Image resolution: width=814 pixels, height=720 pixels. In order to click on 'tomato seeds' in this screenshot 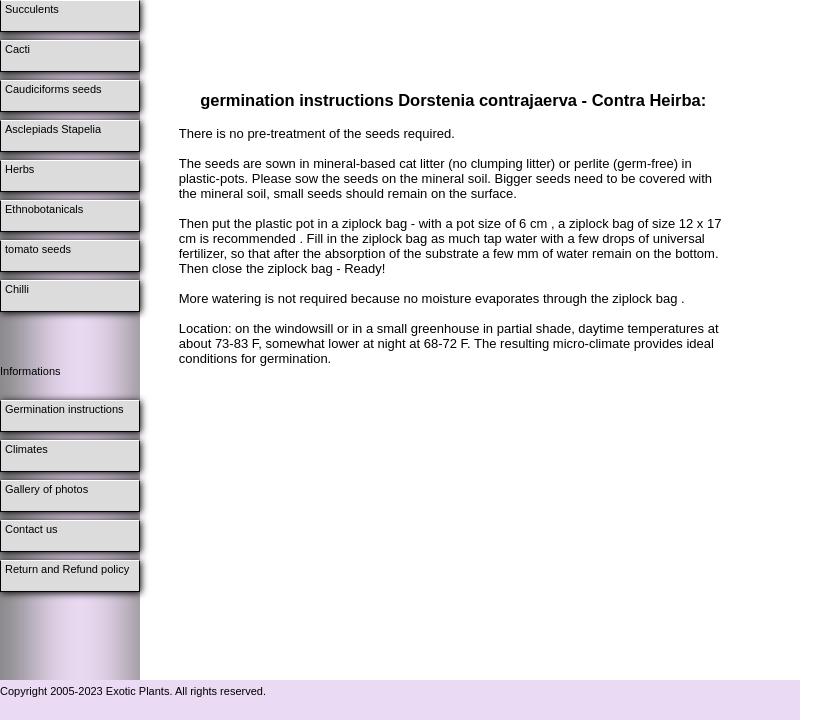, I will do `click(37, 247)`.